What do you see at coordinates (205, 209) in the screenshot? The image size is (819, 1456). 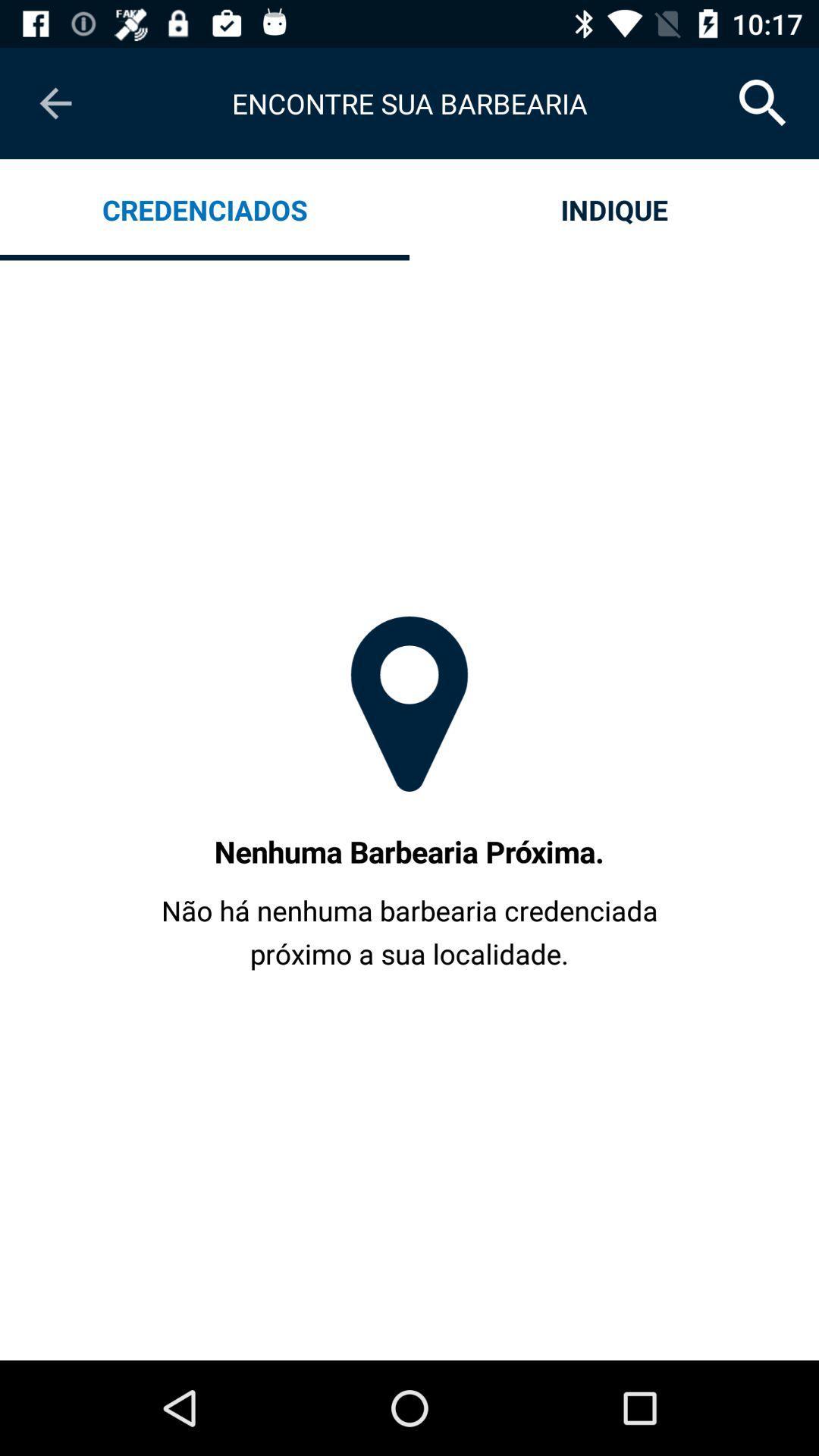 I see `credenciados item` at bounding box center [205, 209].